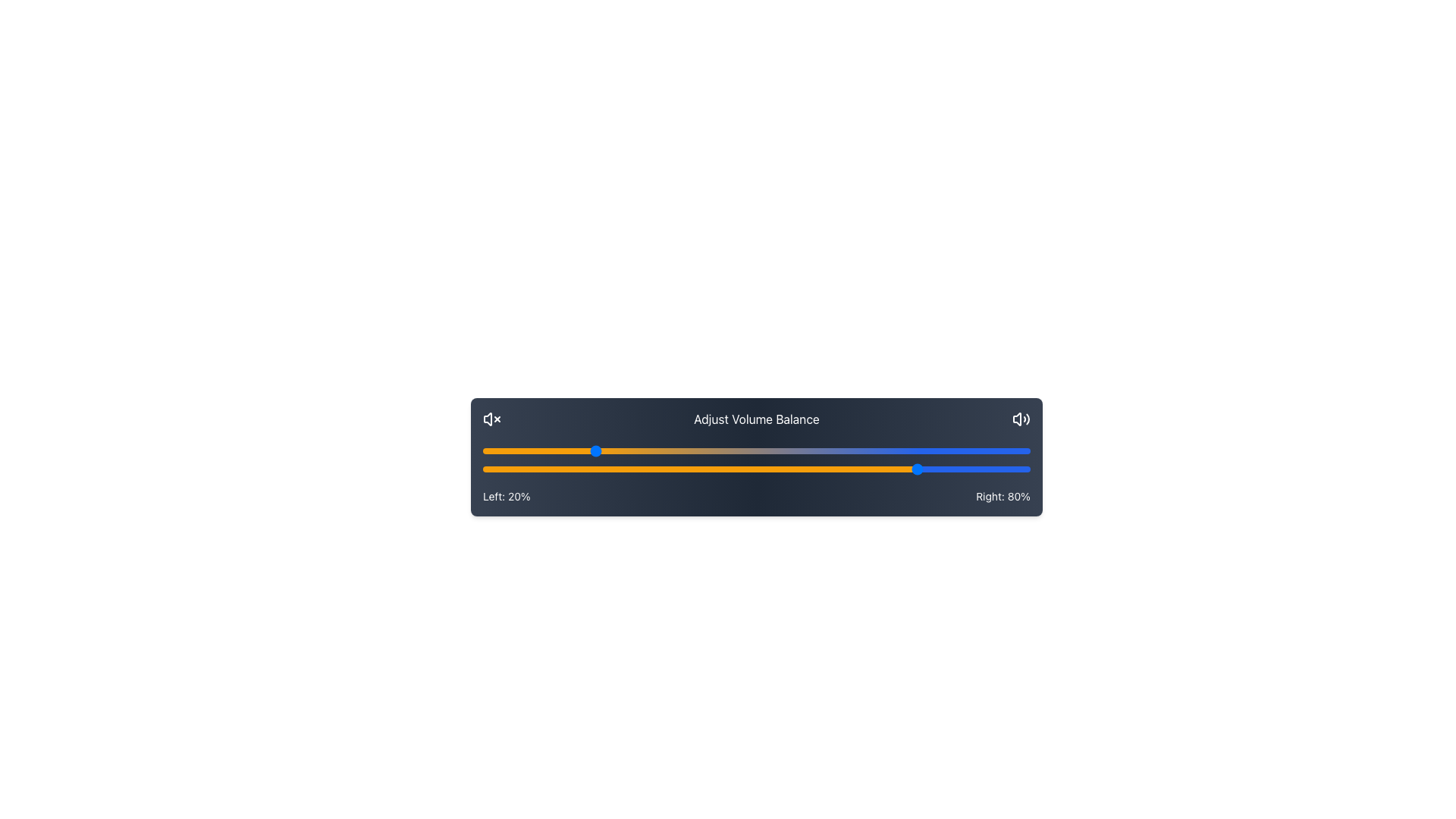  What do you see at coordinates (1003, 497) in the screenshot?
I see `the Text Label displaying 'Right: 80%' which indicates balance information and is styled in white text on a dark background` at bounding box center [1003, 497].